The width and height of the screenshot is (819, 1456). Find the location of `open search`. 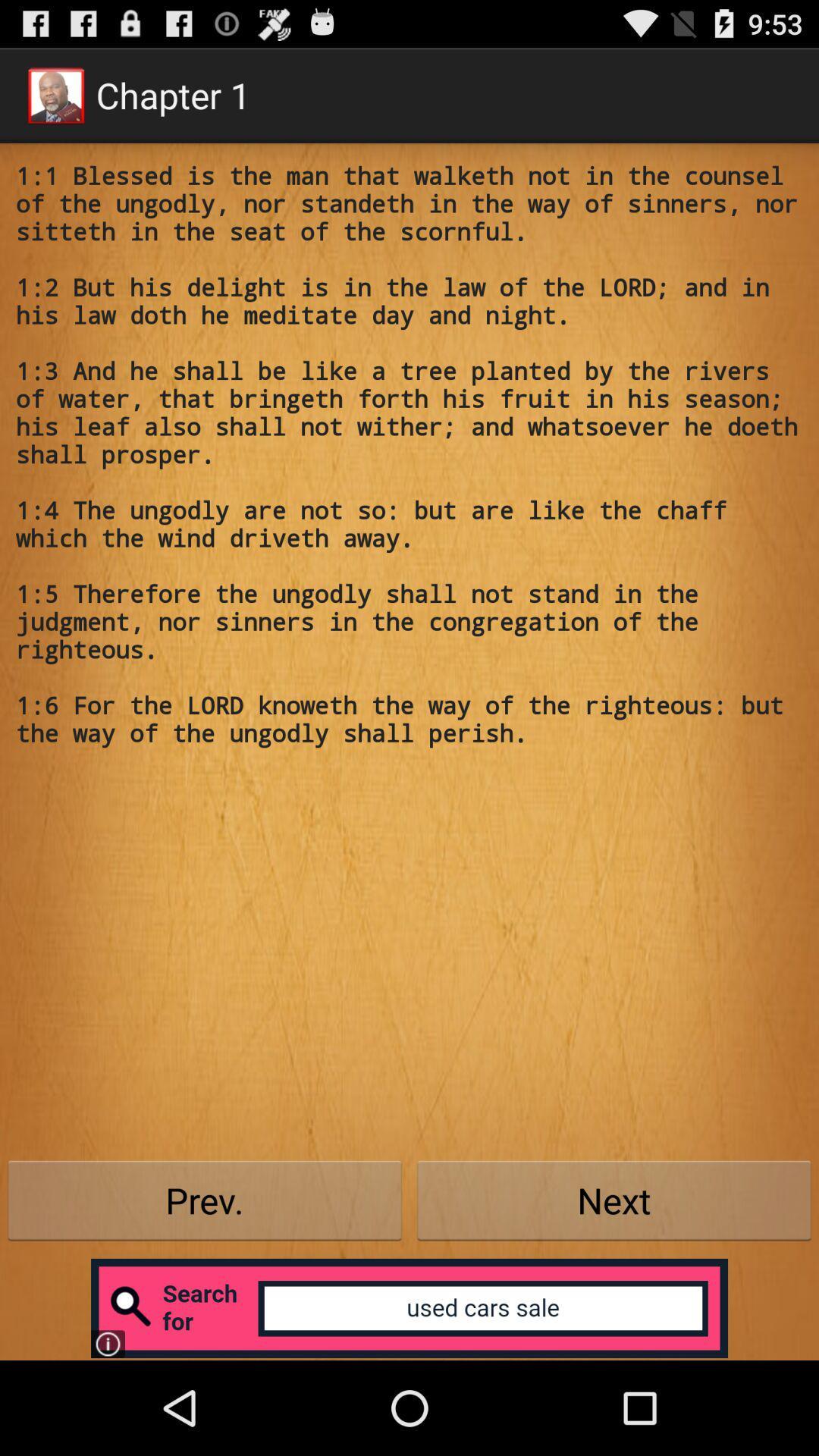

open search is located at coordinates (409, 1307).